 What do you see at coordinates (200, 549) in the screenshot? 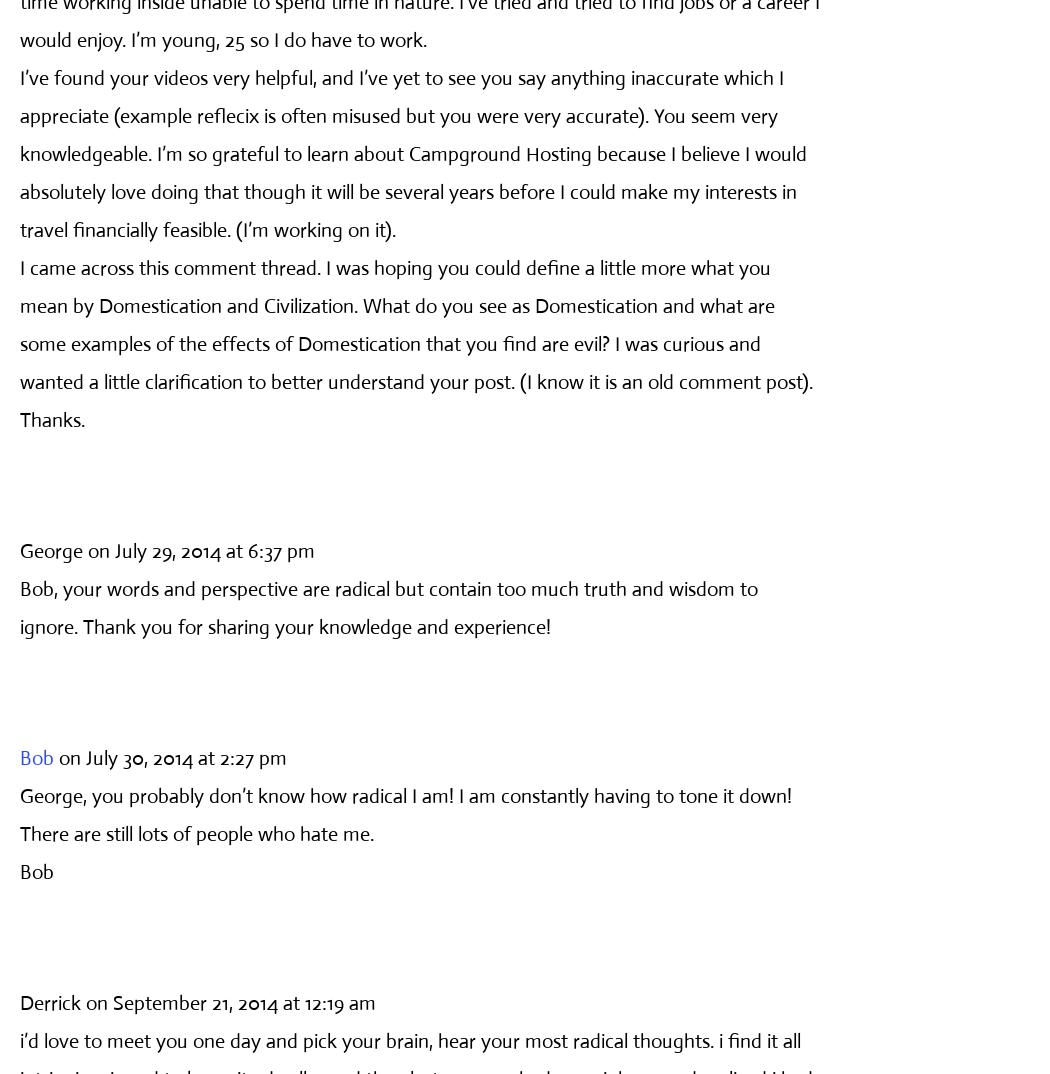
I see `'on July 29, 2014 at 6:37 pm'` at bounding box center [200, 549].